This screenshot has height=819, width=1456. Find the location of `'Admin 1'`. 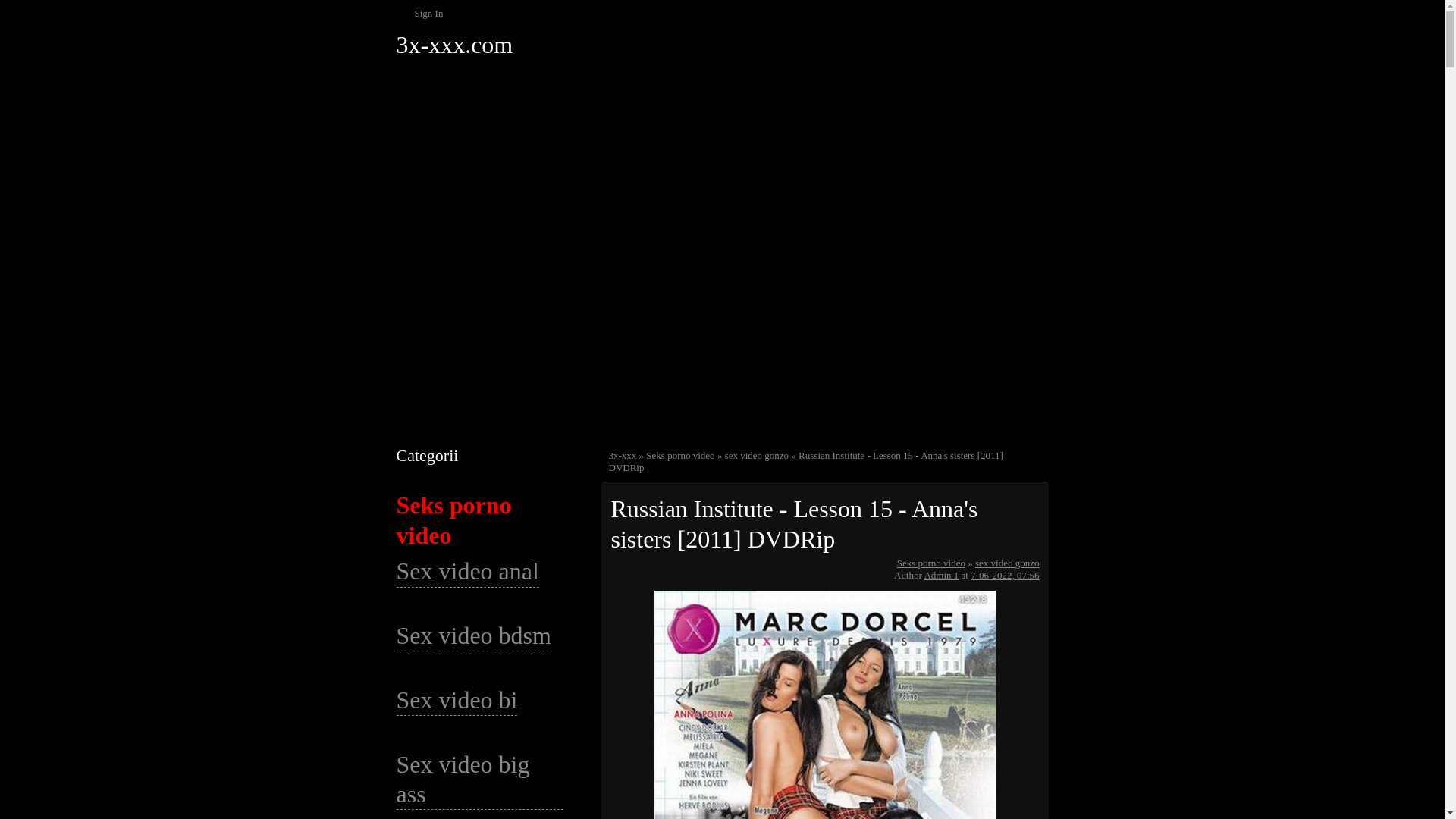

'Admin 1' is located at coordinates (940, 575).